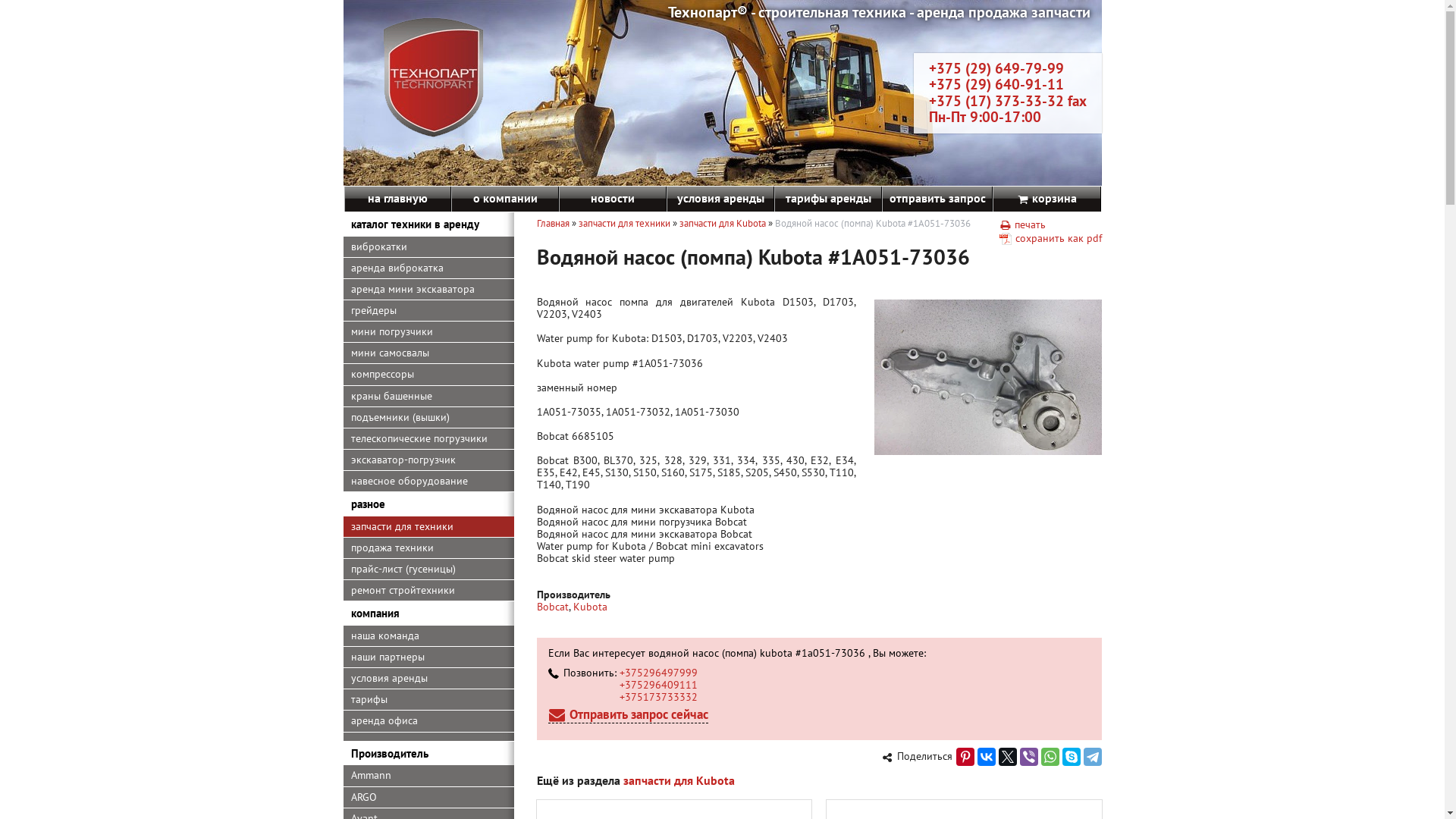 The image size is (1456, 819). What do you see at coordinates (997, 757) in the screenshot?
I see `'Twitter'` at bounding box center [997, 757].